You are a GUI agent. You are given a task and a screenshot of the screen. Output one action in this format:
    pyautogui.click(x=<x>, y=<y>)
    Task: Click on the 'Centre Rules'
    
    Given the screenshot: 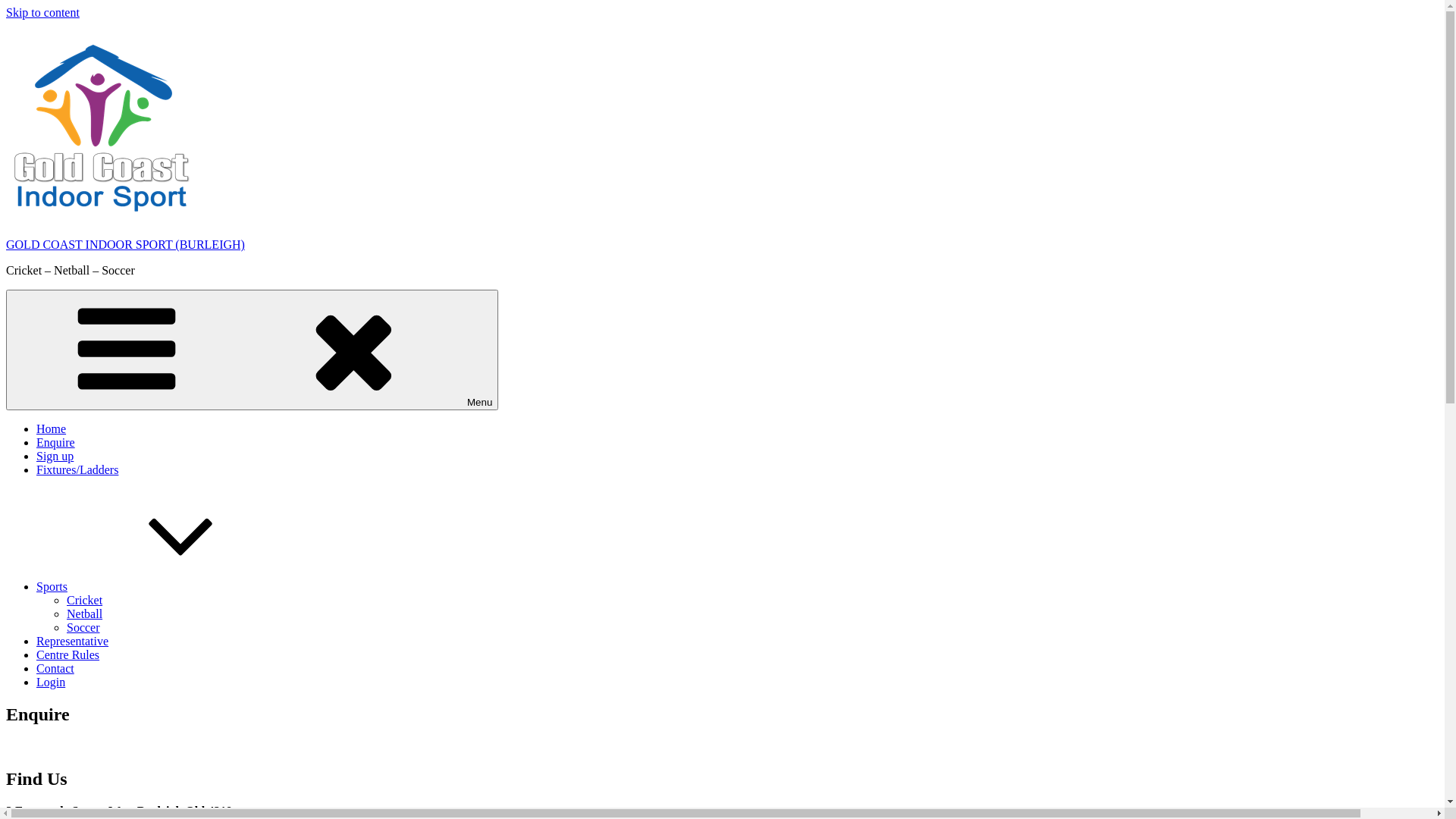 What is the action you would take?
    pyautogui.click(x=67, y=654)
    